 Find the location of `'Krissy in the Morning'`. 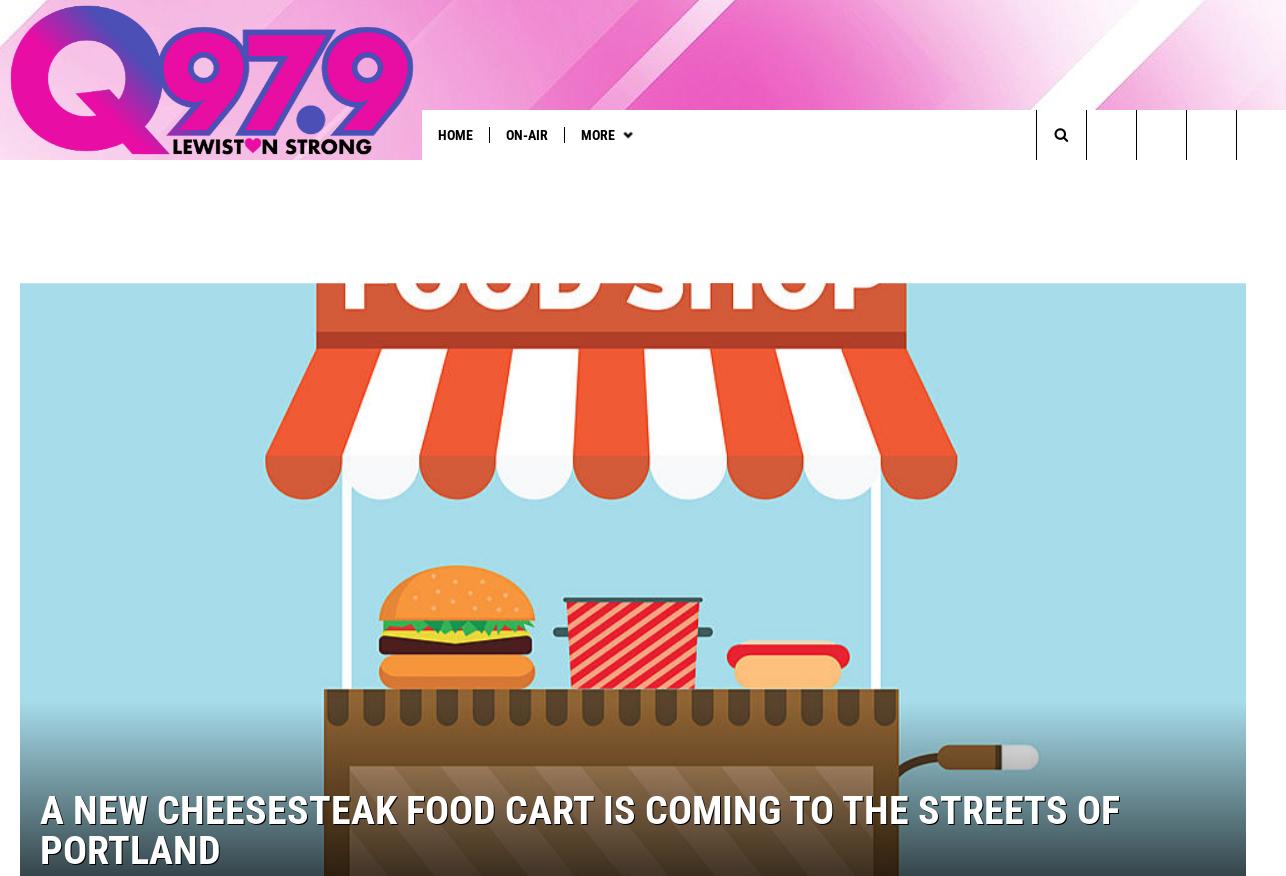

'Krissy in the Morning' is located at coordinates (352, 175).